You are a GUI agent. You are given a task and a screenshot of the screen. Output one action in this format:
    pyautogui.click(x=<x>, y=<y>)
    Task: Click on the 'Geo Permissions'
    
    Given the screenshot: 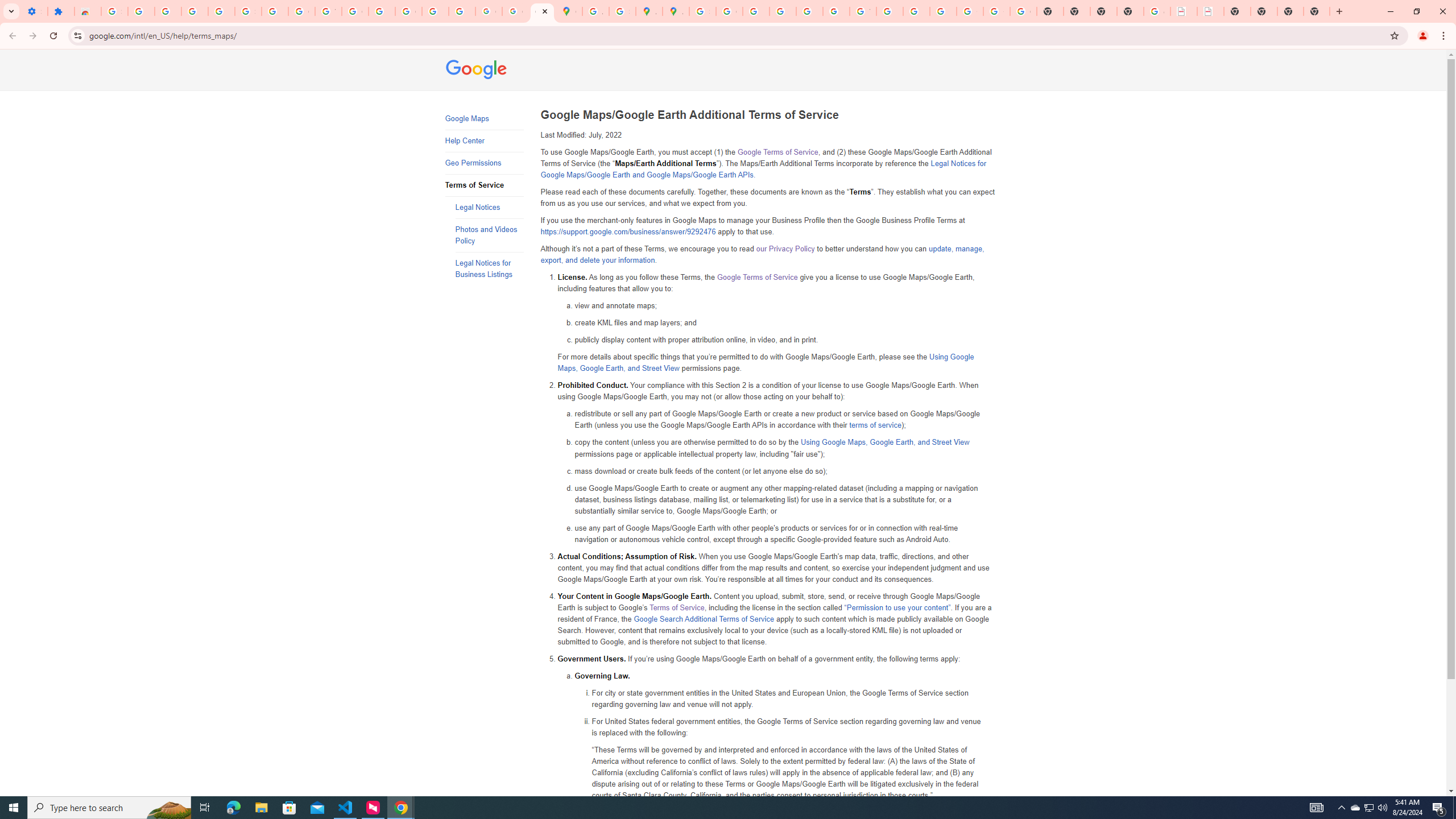 What is the action you would take?
    pyautogui.click(x=484, y=163)
    